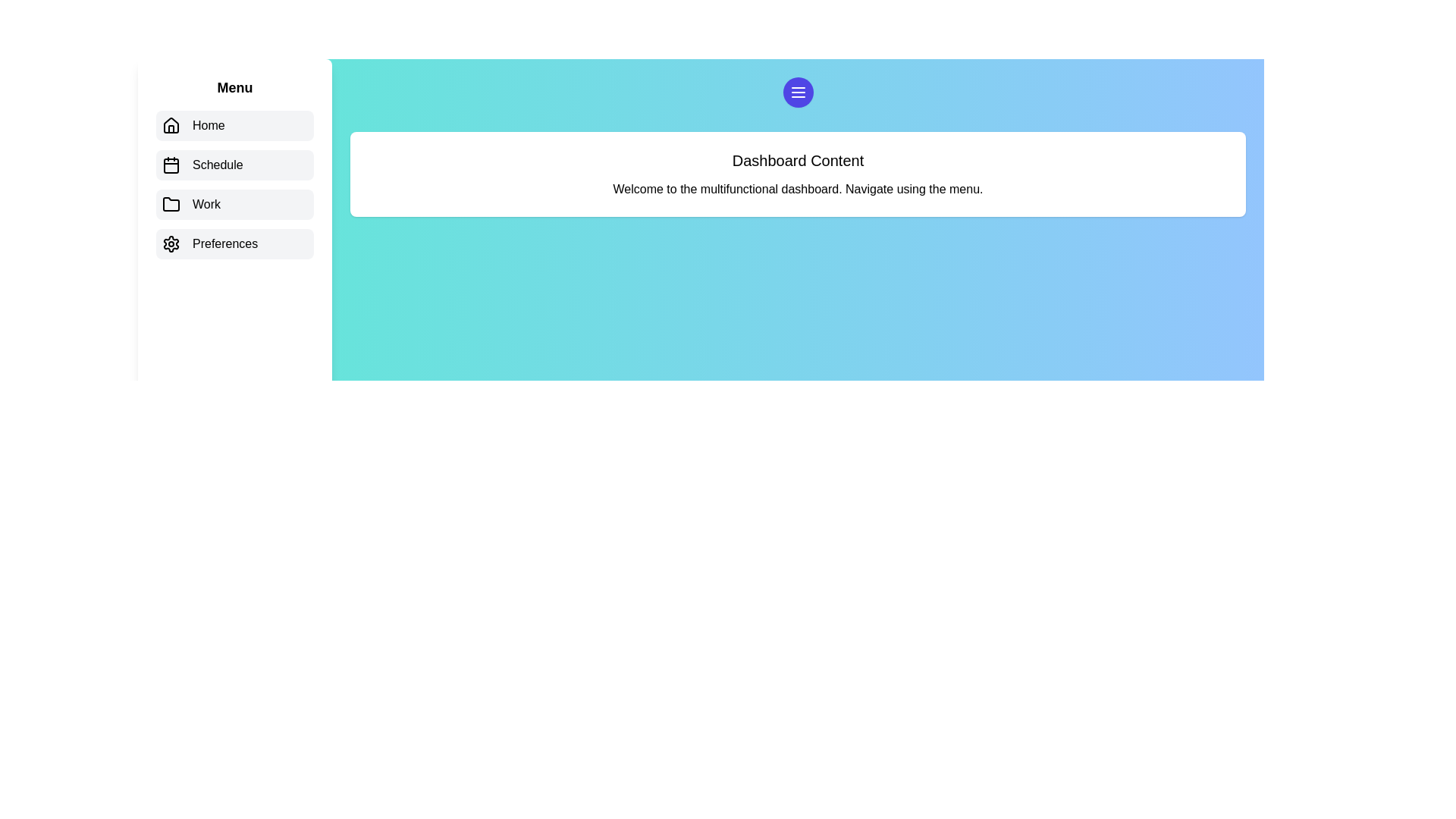 This screenshot has width=1456, height=819. What do you see at coordinates (234, 165) in the screenshot?
I see `the menu item labeled Schedule` at bounding box center [234, 165].